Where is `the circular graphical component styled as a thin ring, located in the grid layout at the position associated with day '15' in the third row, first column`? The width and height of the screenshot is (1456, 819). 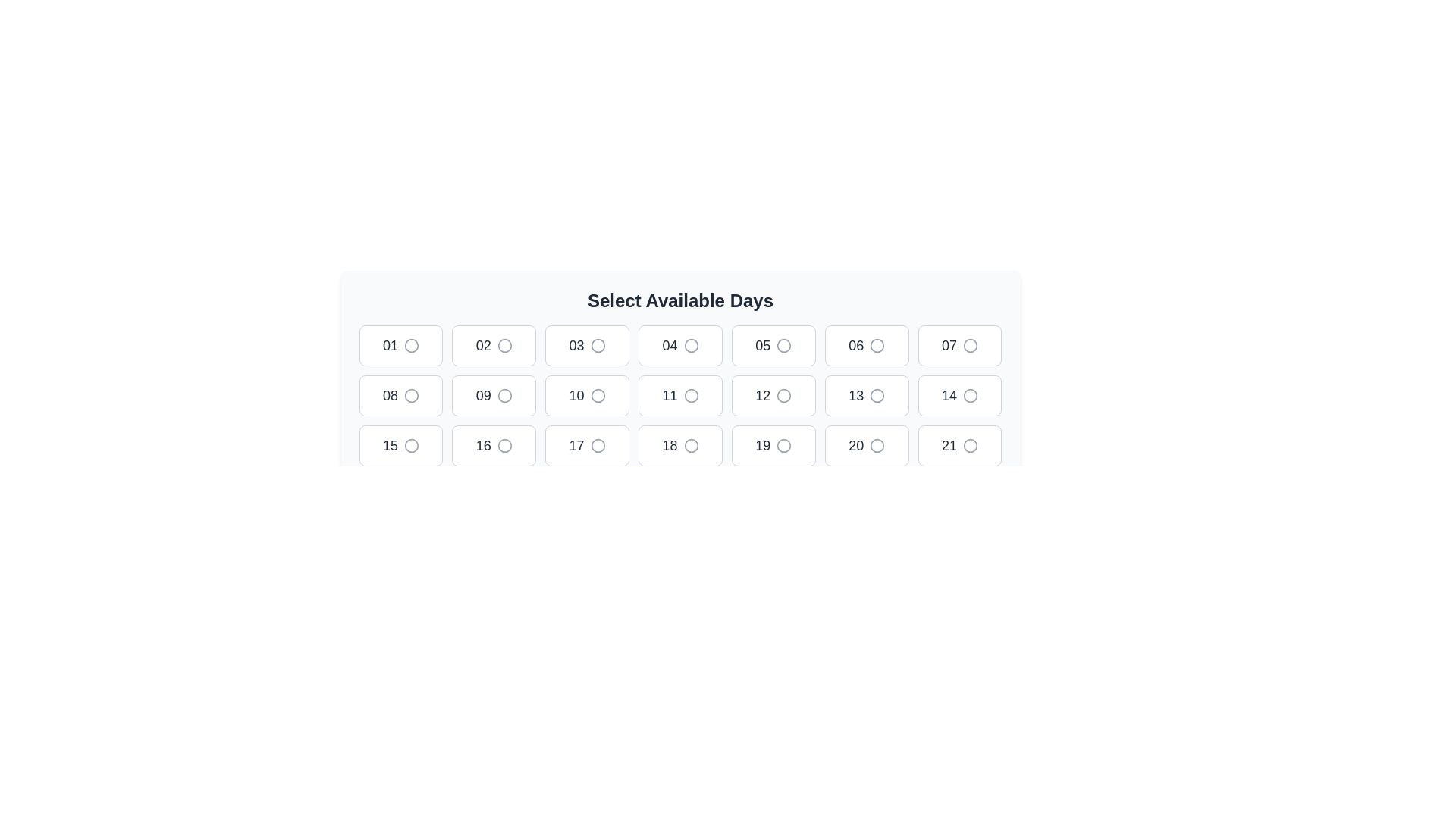 the circular graphical component styled as a thin ring, located in the grid layout at the position associated with day '15' in the third row, first column is located at coordinates (411, 444).